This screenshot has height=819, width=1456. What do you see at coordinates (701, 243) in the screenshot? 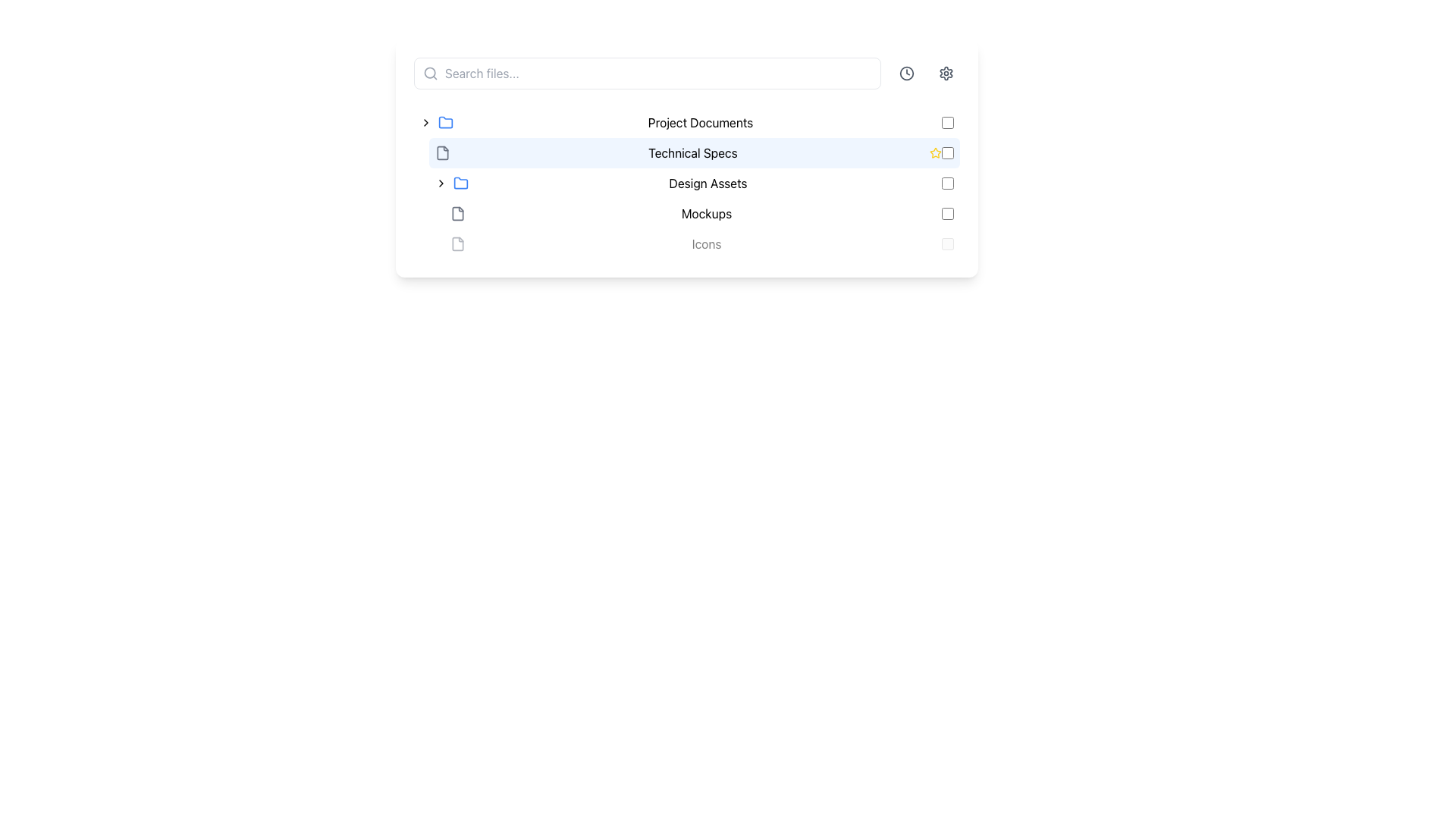
I see `the inactive clickable list item labeled 'Icons' which displays a file icon and is located below the 'Mockups' entry` at bounding box center [701, 243].